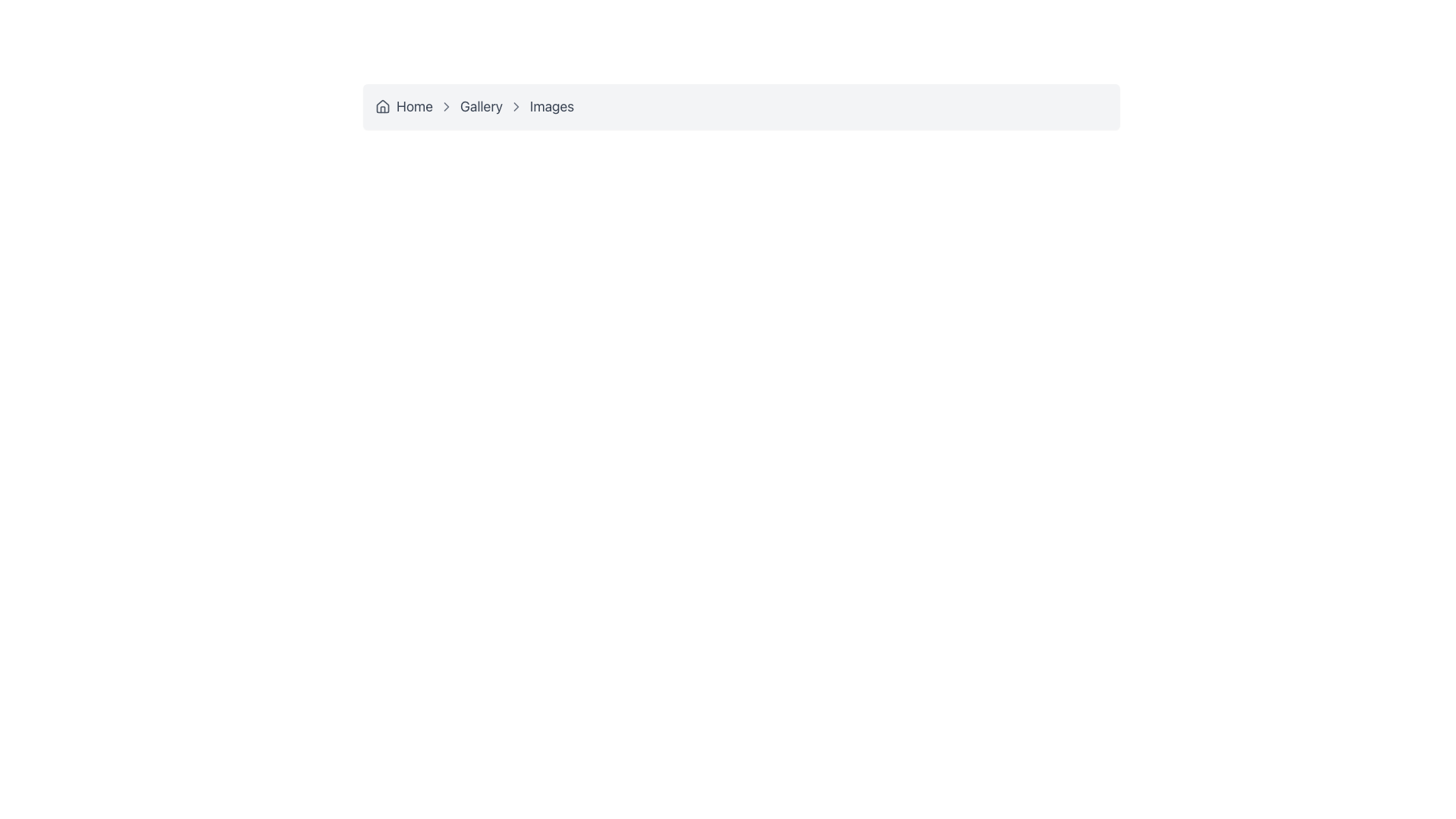 This screenshot has height=819, width=1456. Describe the element at coordinates (481, 106) in the screenshot. I see `the 'Gallery' link in the breadcrumb navigation bar, which is styled with a blue hover effect and located between 'Home' and 'Images'` at that location.